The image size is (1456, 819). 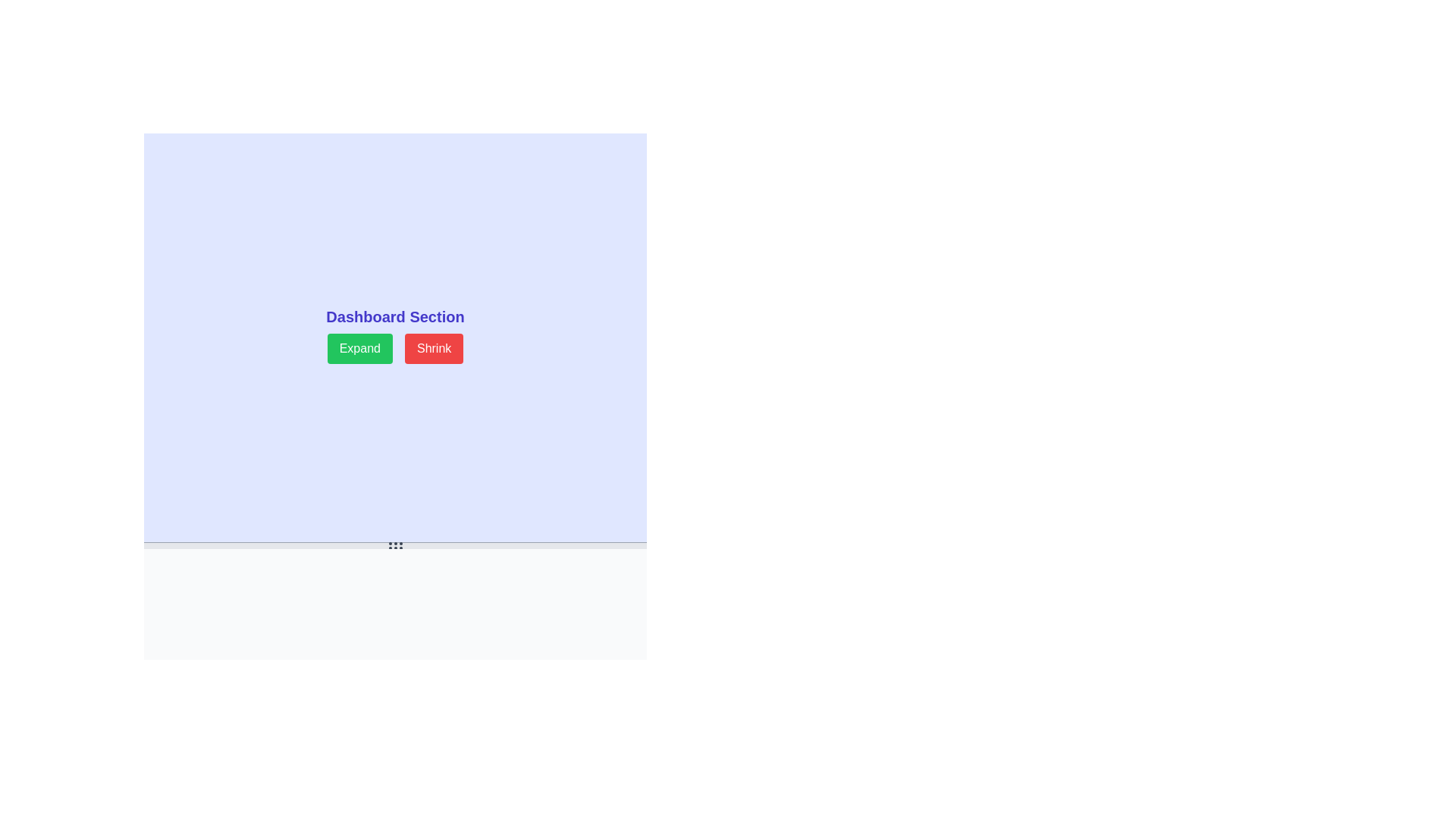 What do you see at coordinates (359, 348) in the screenshot?
I see `the 'Expand' button with white text on a green background, located under the 'Dashboard Section' heading` at bounding box center [359, 348].